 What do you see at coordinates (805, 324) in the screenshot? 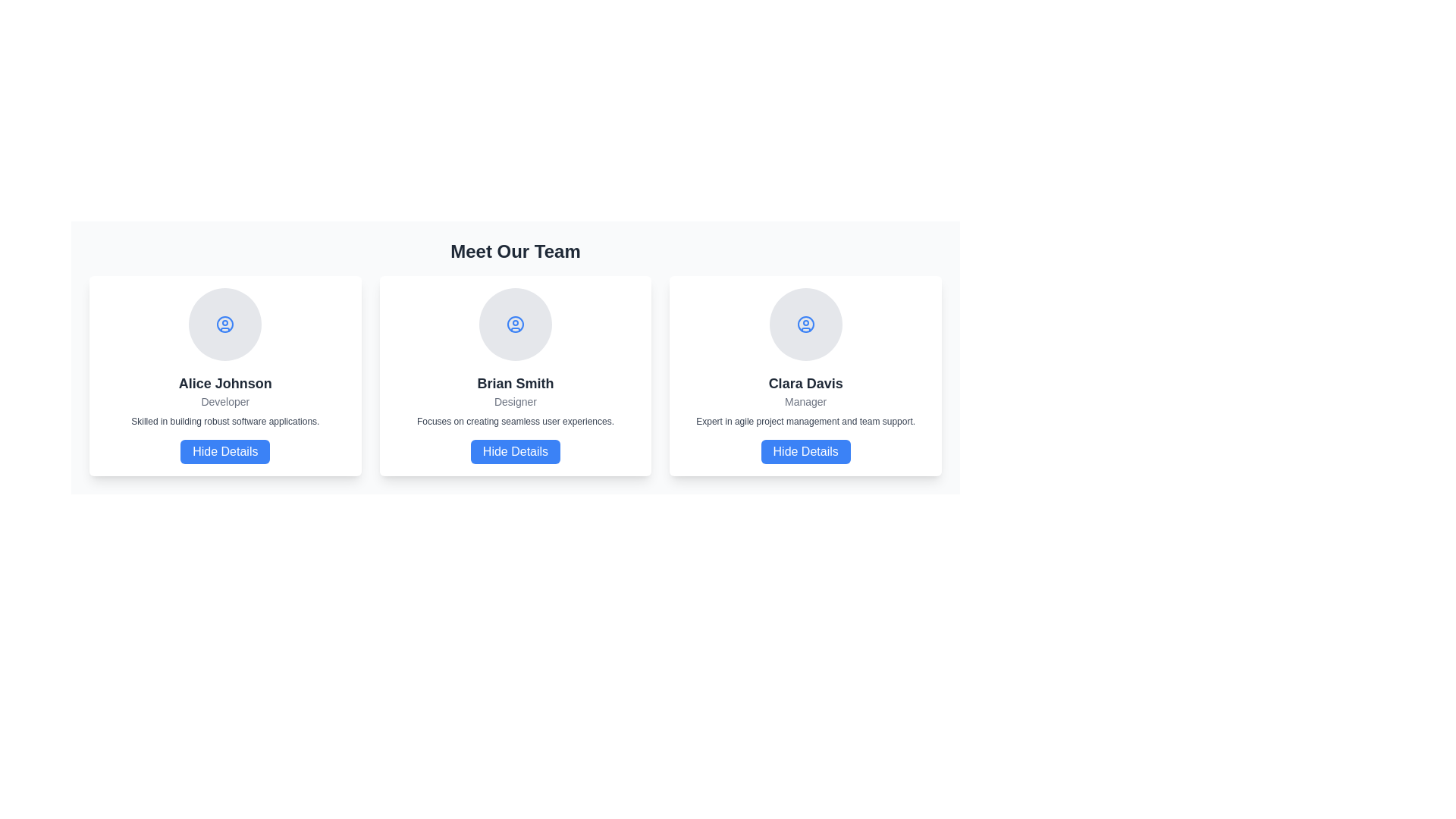
I see `the circular profile icon of 'Clara Davis' in the 'Meet Our Team' section, which has a blue outline and a white background` at bounding box center [805, 324].